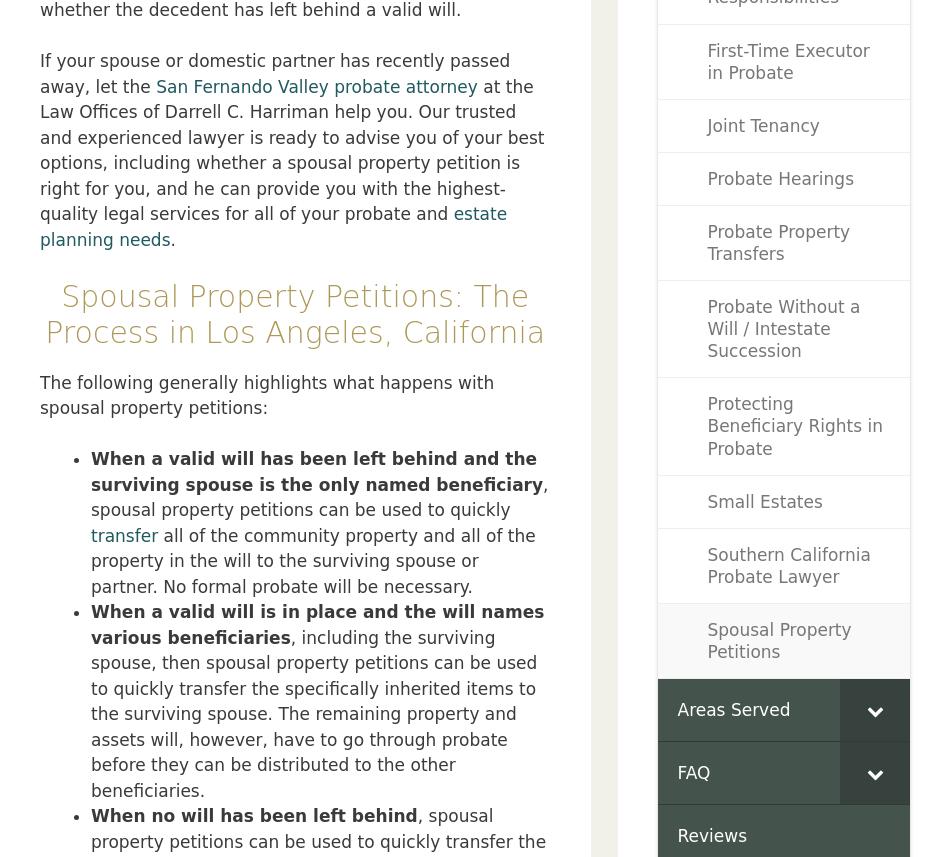  Describe the element at coordinates (274, 72) in the screenshot. I see `'If your spouse or domestic partner has recently passed away, let the'` at that location.